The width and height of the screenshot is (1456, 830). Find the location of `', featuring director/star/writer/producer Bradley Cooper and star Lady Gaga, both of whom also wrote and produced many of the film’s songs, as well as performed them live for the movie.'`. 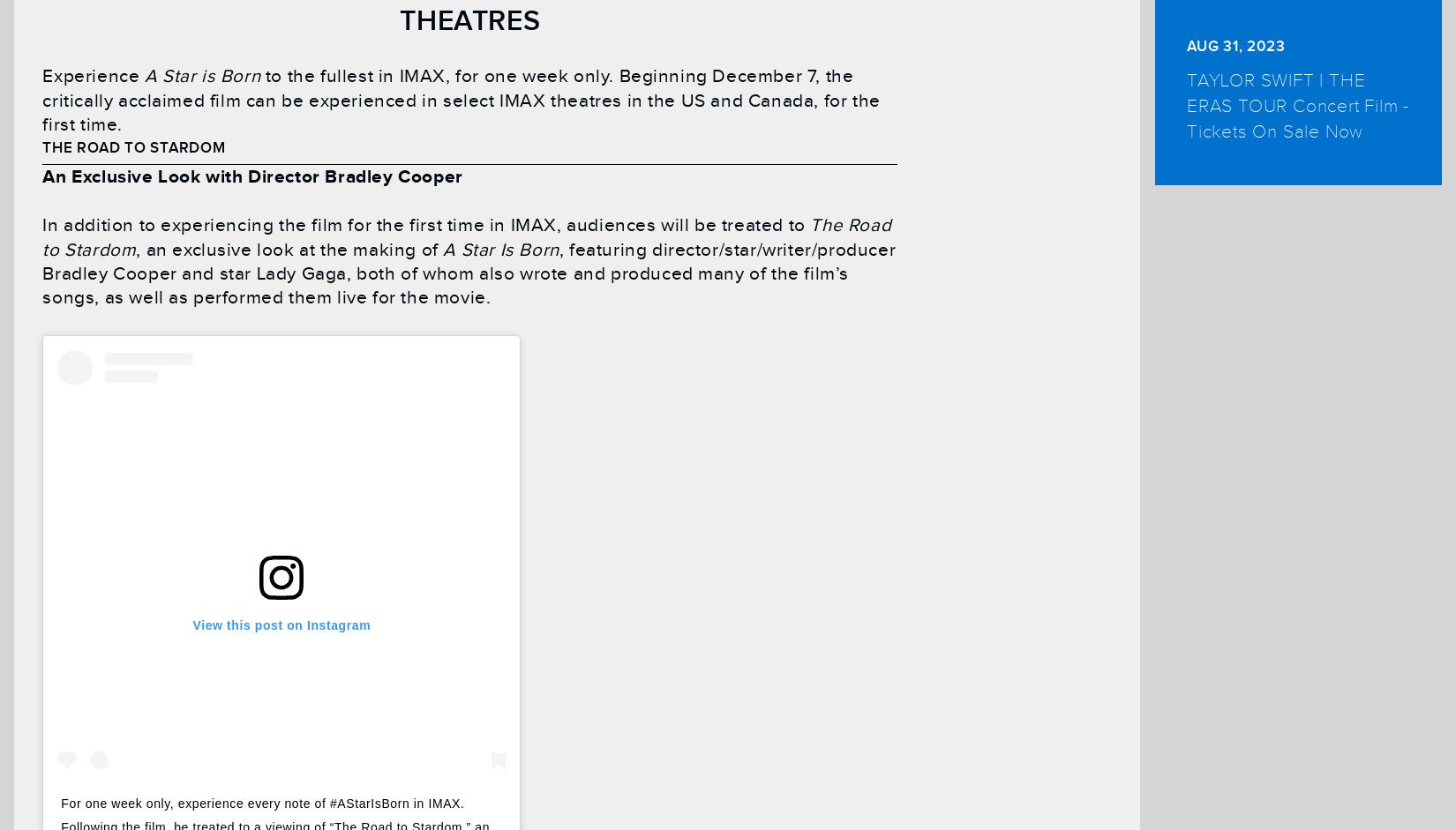

', featuring director/star/writer/producer Bradley Cooper and star Lady Gaga, both of whom also wrote and produced many of the film’s songs, as well as performed them live for the movie.' is located at coordinates (468, 273).